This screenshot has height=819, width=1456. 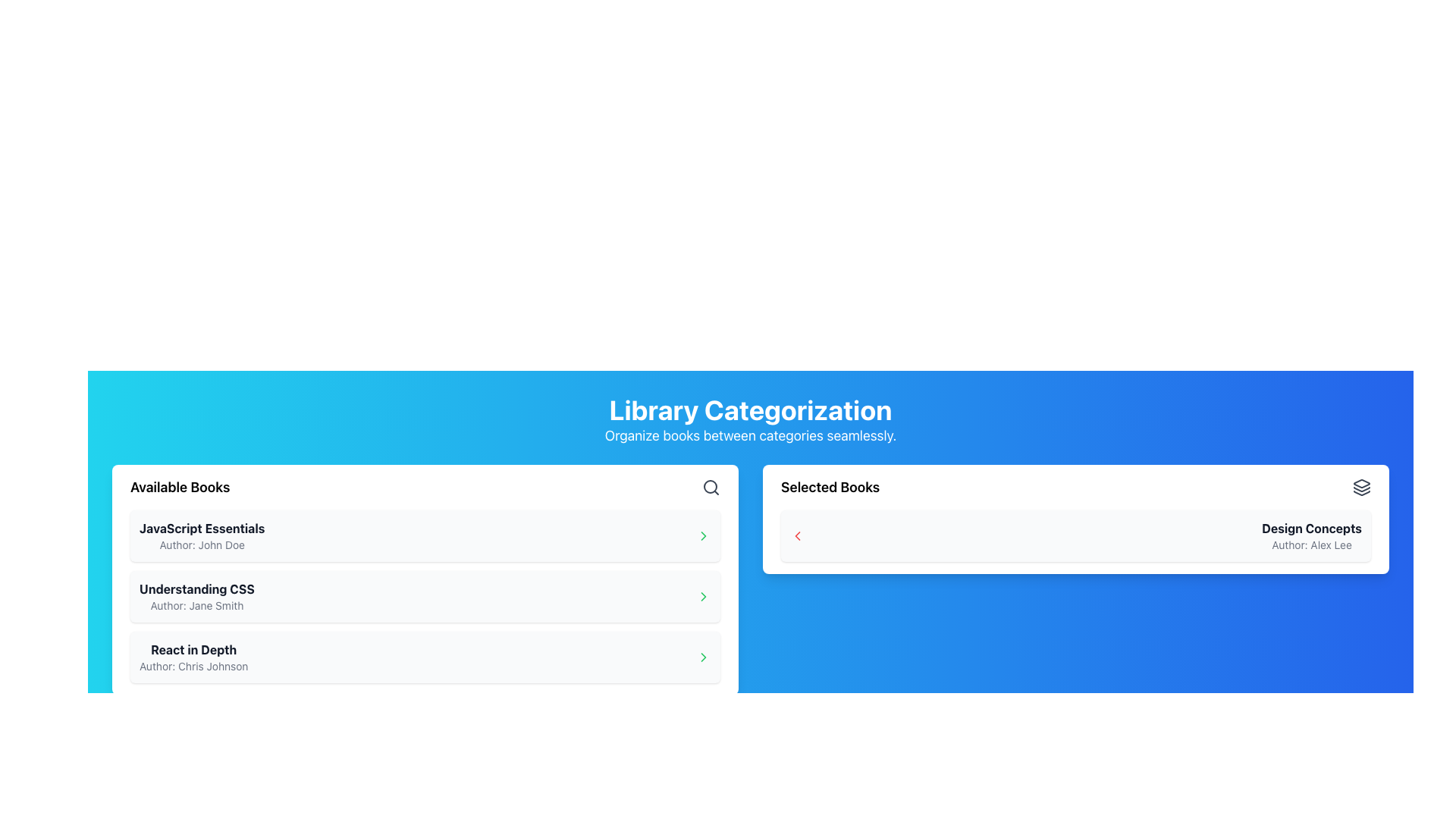 What do you see at coordinates (193, 657) in the screenshot?
I see `the text block UI component displaying 'React in Depth' and 'Author: Chris Johnson', the third item in the list of books in the 'Available Books' section` at bounding box center [193, 657].